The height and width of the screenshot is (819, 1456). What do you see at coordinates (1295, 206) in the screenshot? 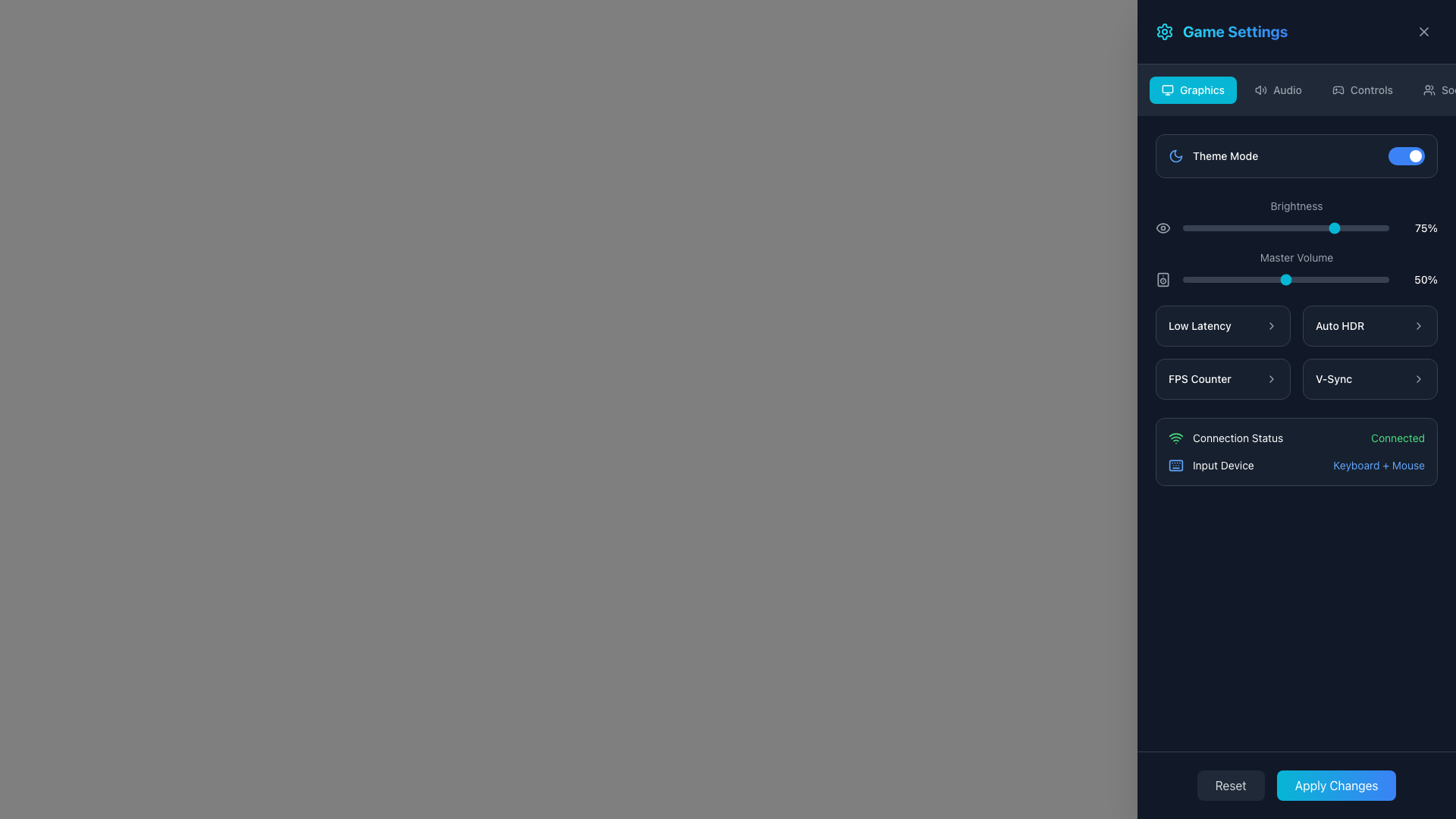
I see `the informative text label that serves as a descriptor for the associated slider control, which is positioned directly above the slider indicating '75%'` at bounding box center [1295, 206].